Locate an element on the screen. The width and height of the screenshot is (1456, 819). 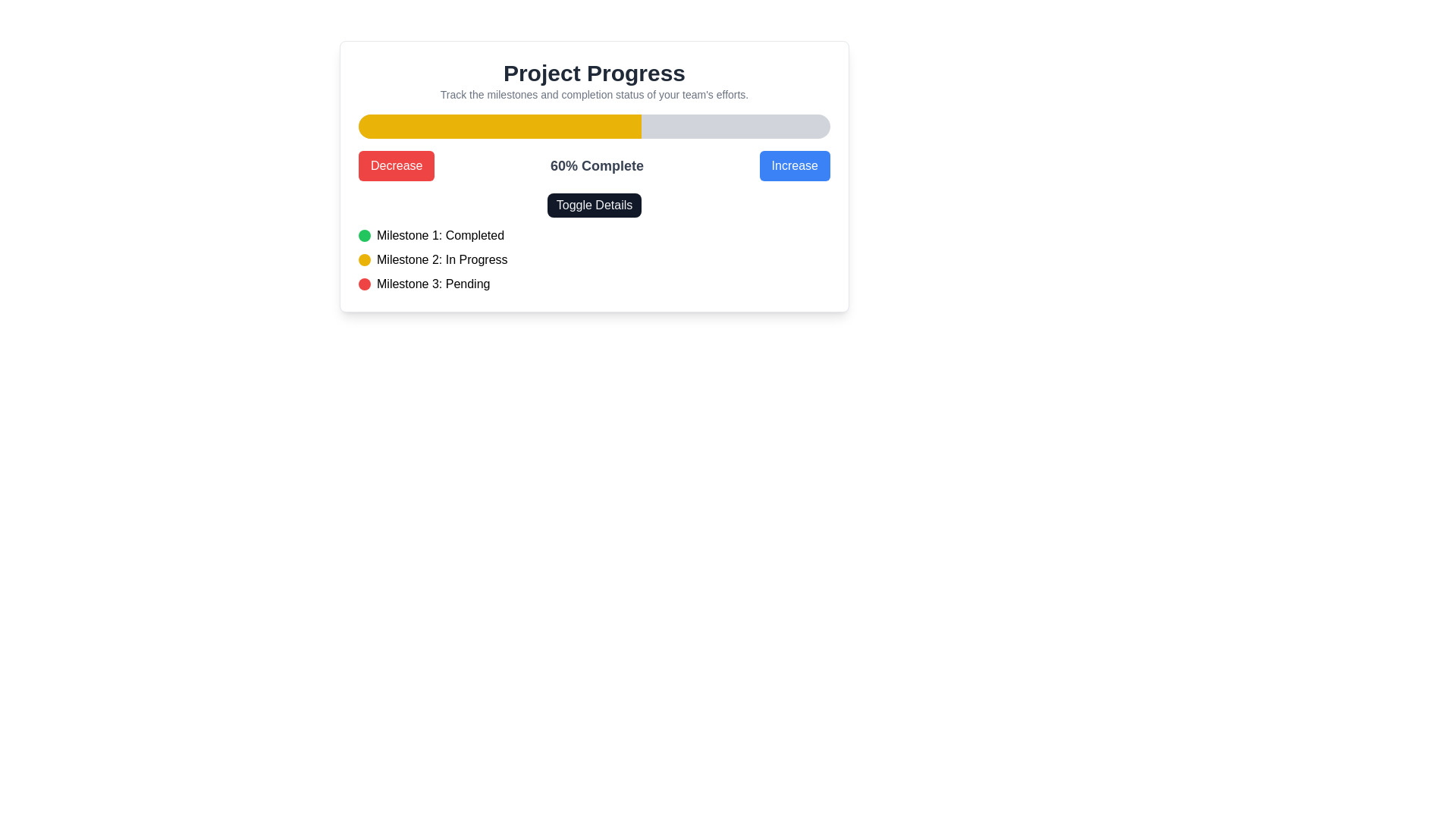
the label indicating the third milestone status is located at coordinates (432, 284).